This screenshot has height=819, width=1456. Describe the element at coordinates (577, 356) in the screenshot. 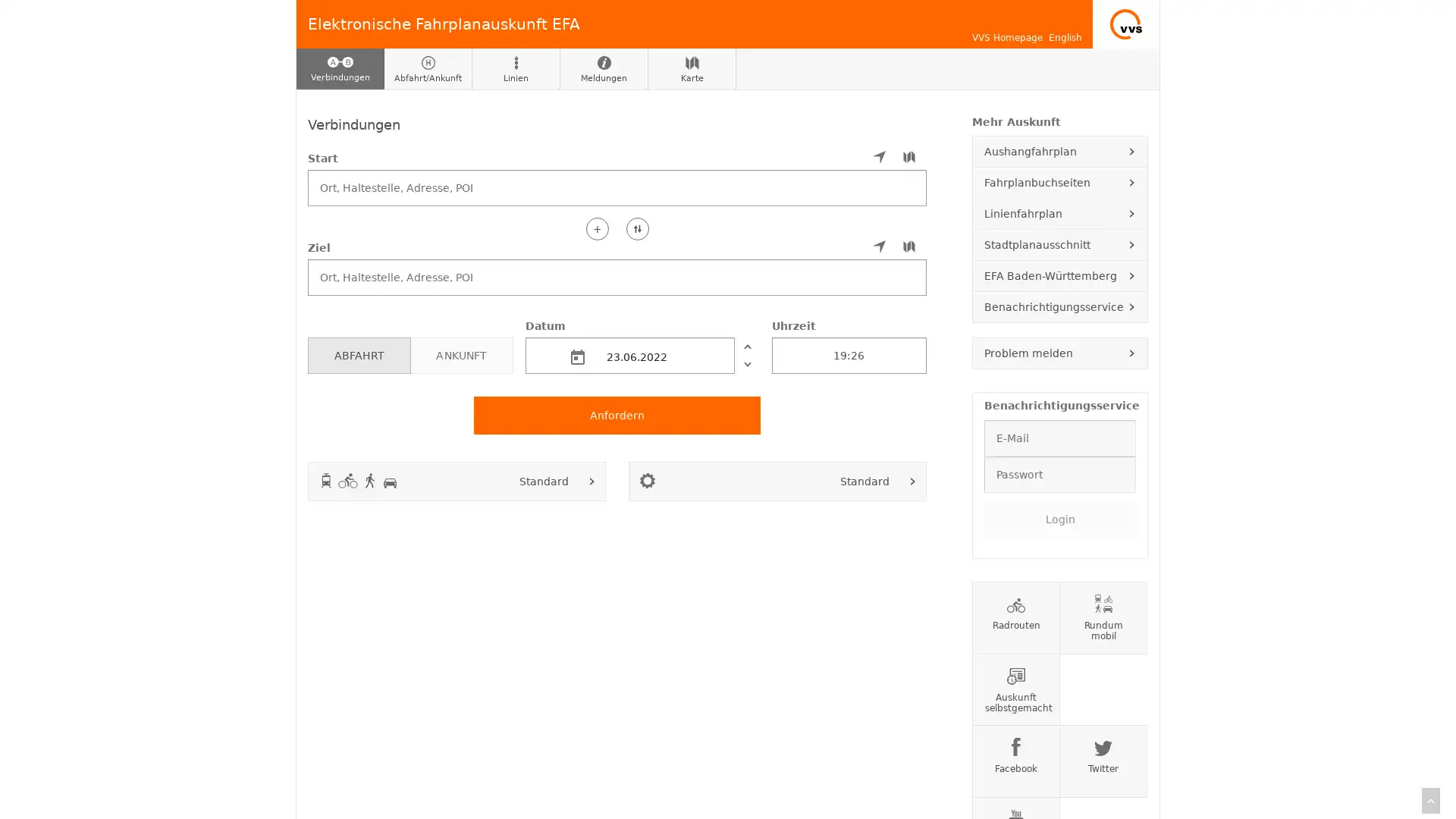

I see `md-calendar` at that location.